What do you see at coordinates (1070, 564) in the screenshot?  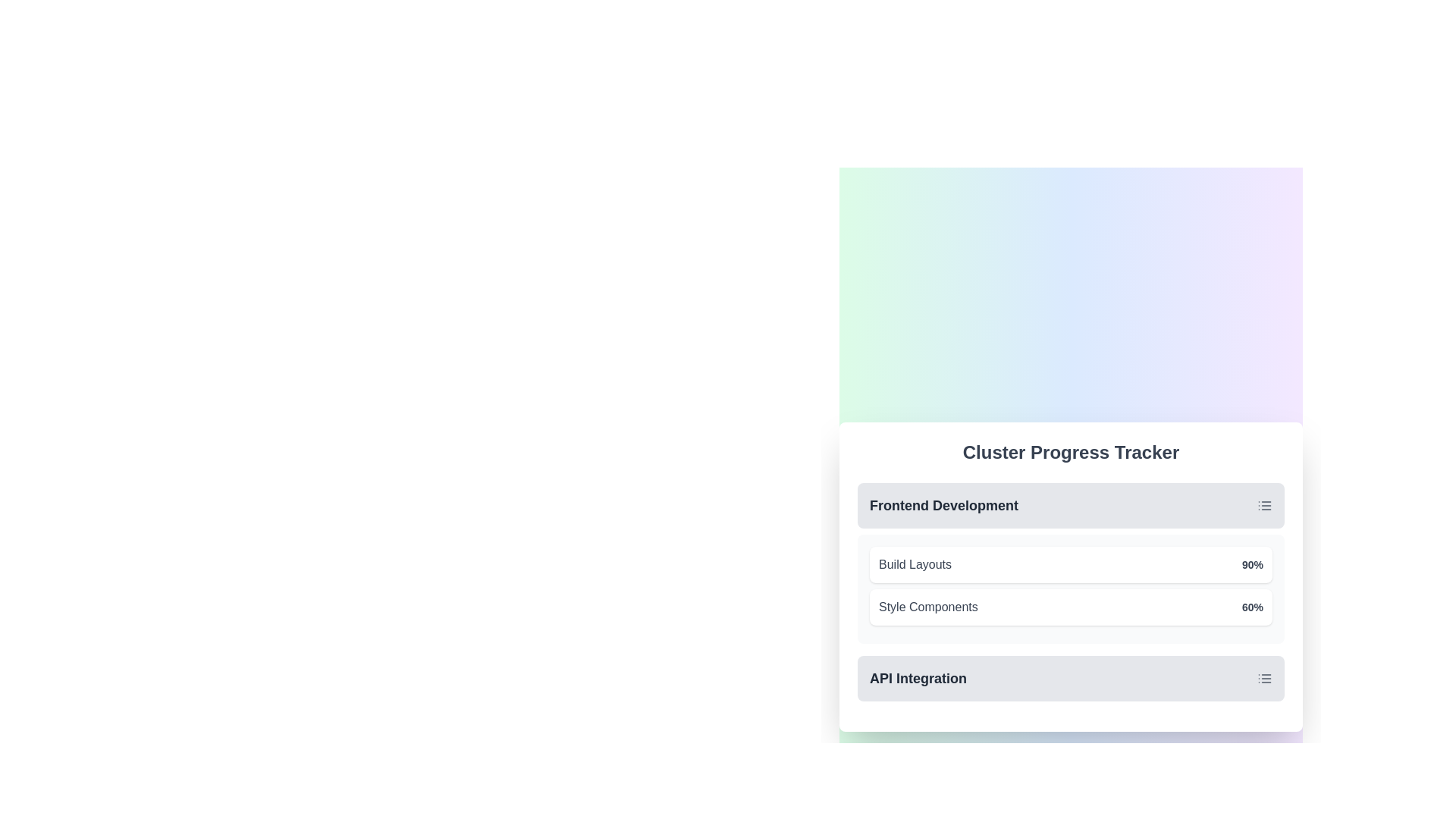 I see `the Progress card displaying 'Build Layouts' with a progress of '90%', which is the first card in the list under the 'Frontend Development' category` at bounding box center [1070, 564].